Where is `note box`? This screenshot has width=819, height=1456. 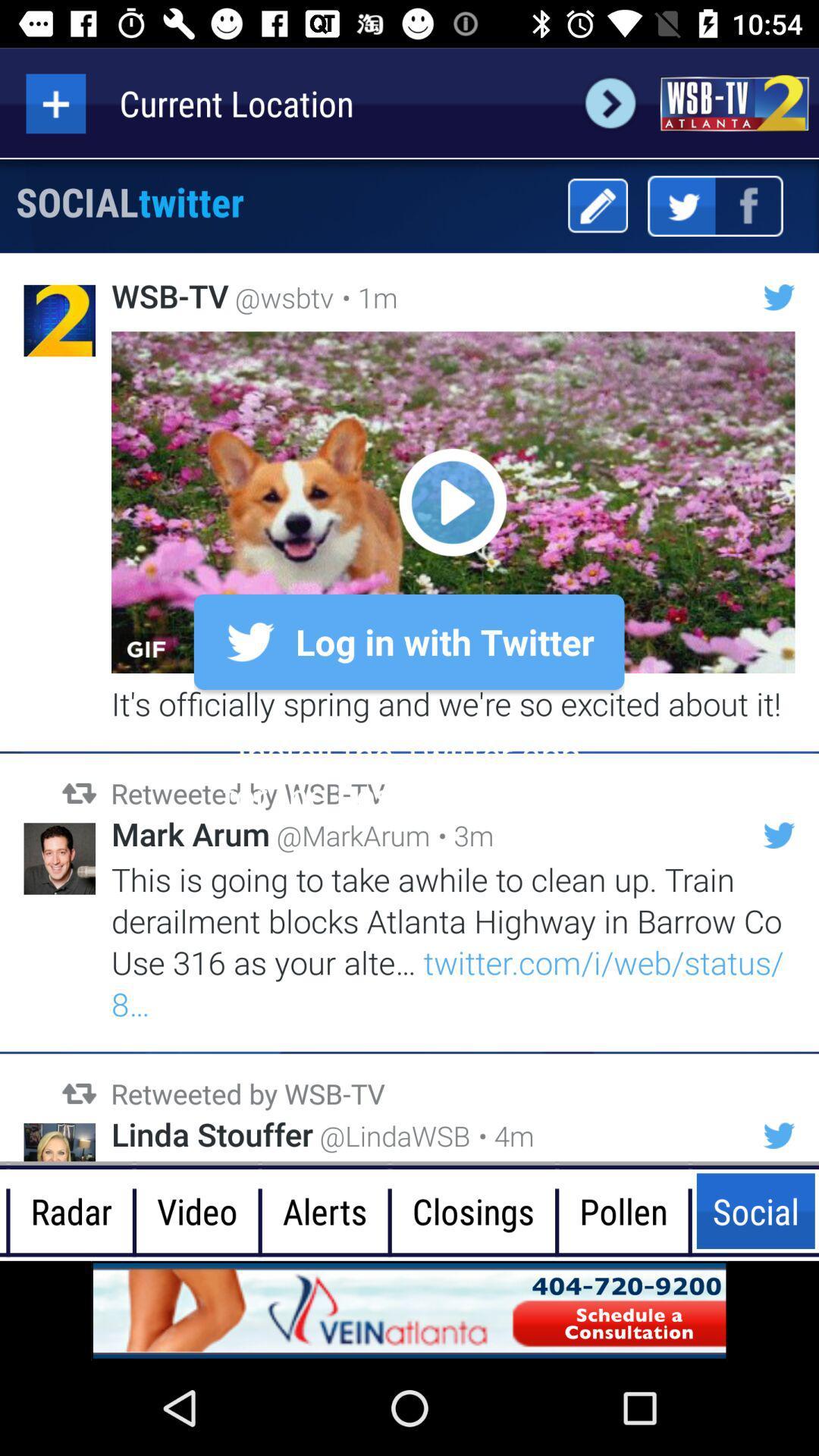
note box is located at coordinates (597, 205).